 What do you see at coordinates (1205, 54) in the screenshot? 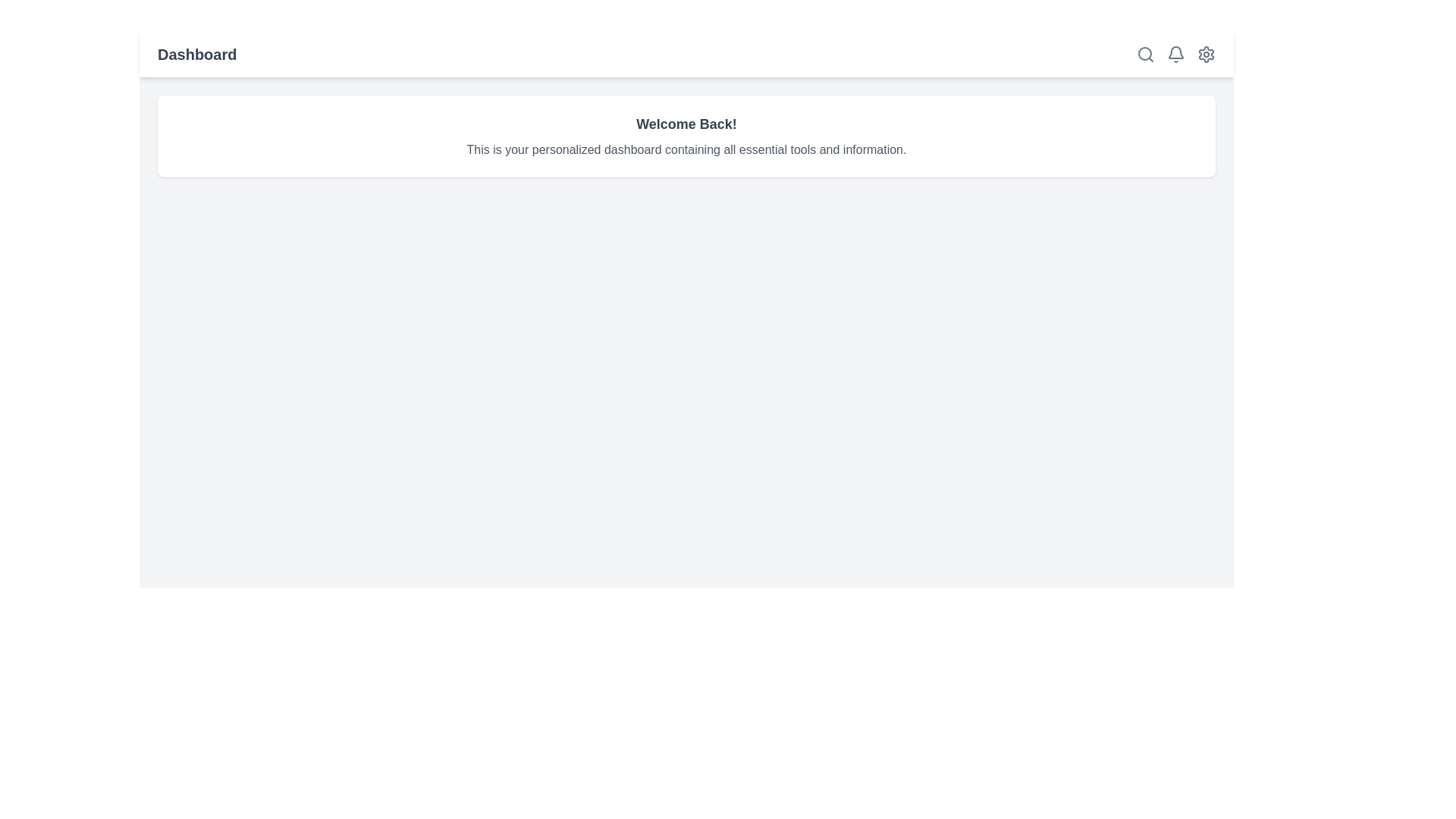
I see `the gear-shaped icon button located in the top-right corner of the interface` at bounding box center [1205, 54].